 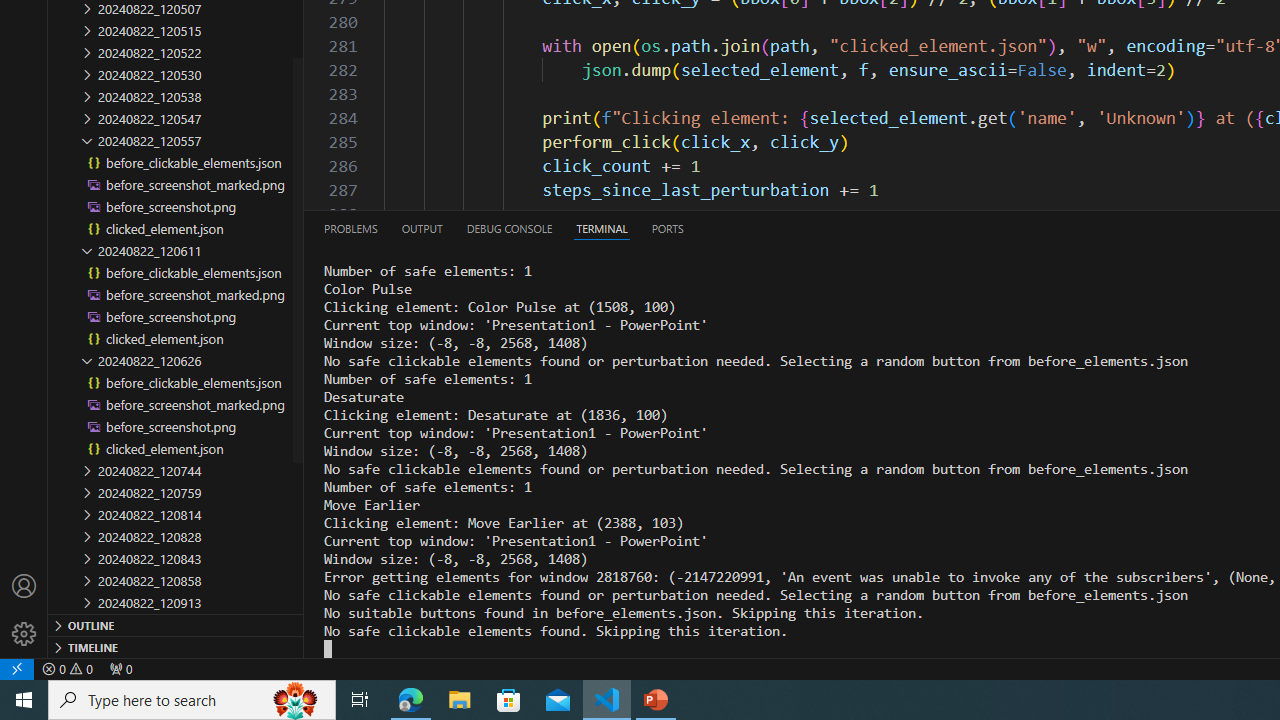 I want to click on 'Terminal (Ctrl+`)', so click(x=601, y=227).